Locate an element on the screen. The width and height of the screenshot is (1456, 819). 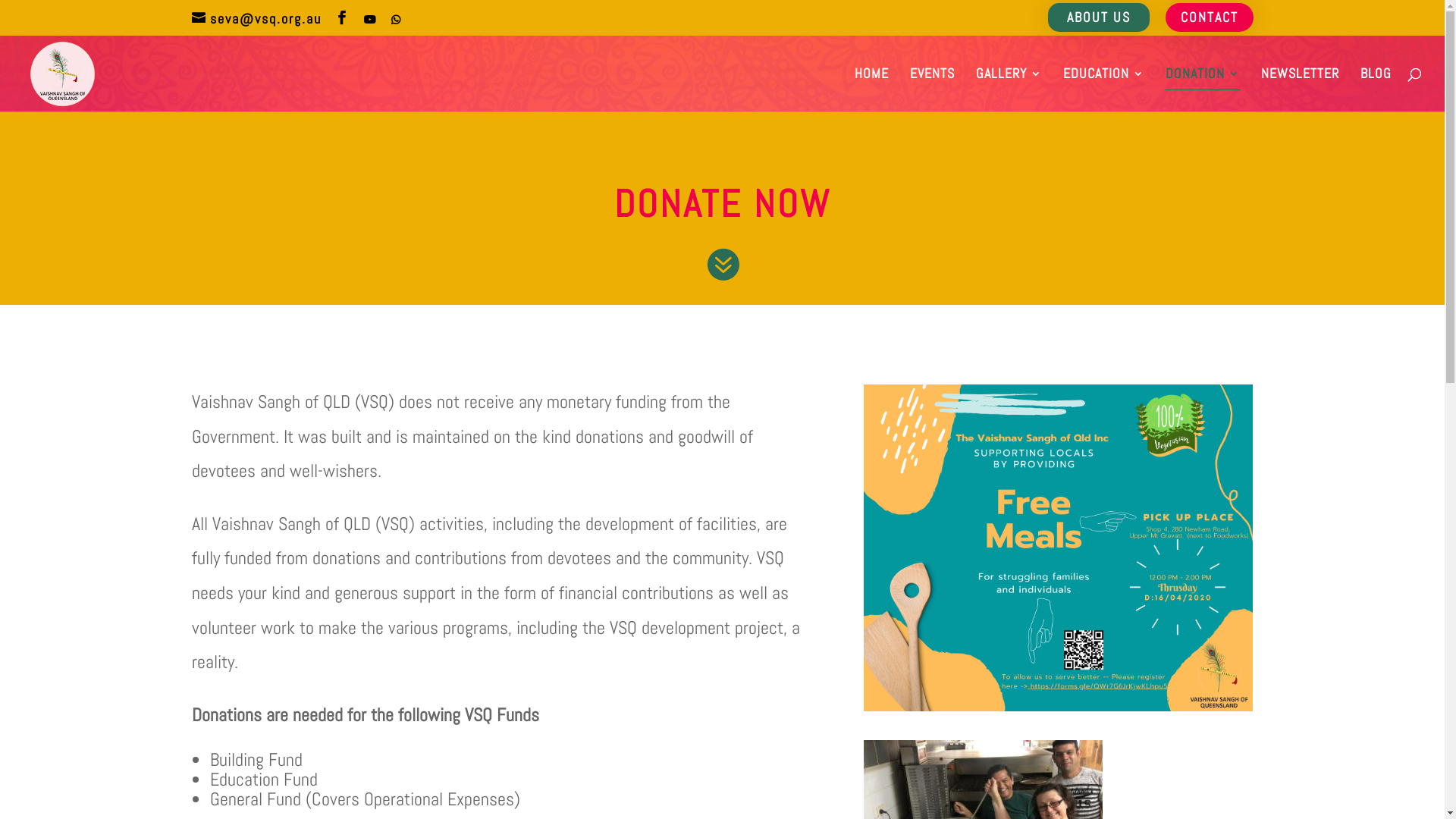
'HOME' is located at coordinates (855, 89).